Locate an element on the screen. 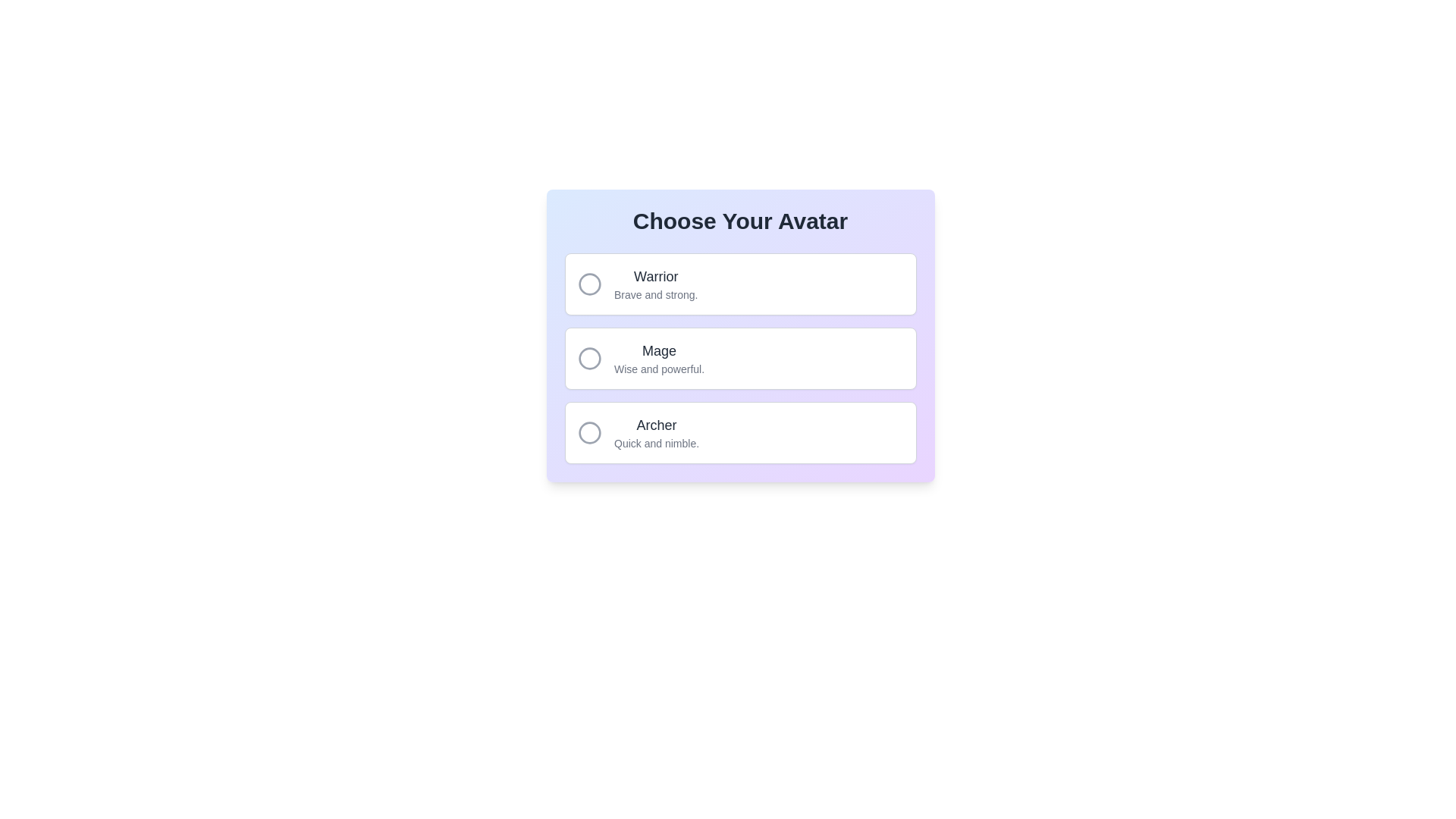  the 'Warrior' text label in the avatar selection list, which identifies the choice for the Warrior option is located at coordinates (655, 277).